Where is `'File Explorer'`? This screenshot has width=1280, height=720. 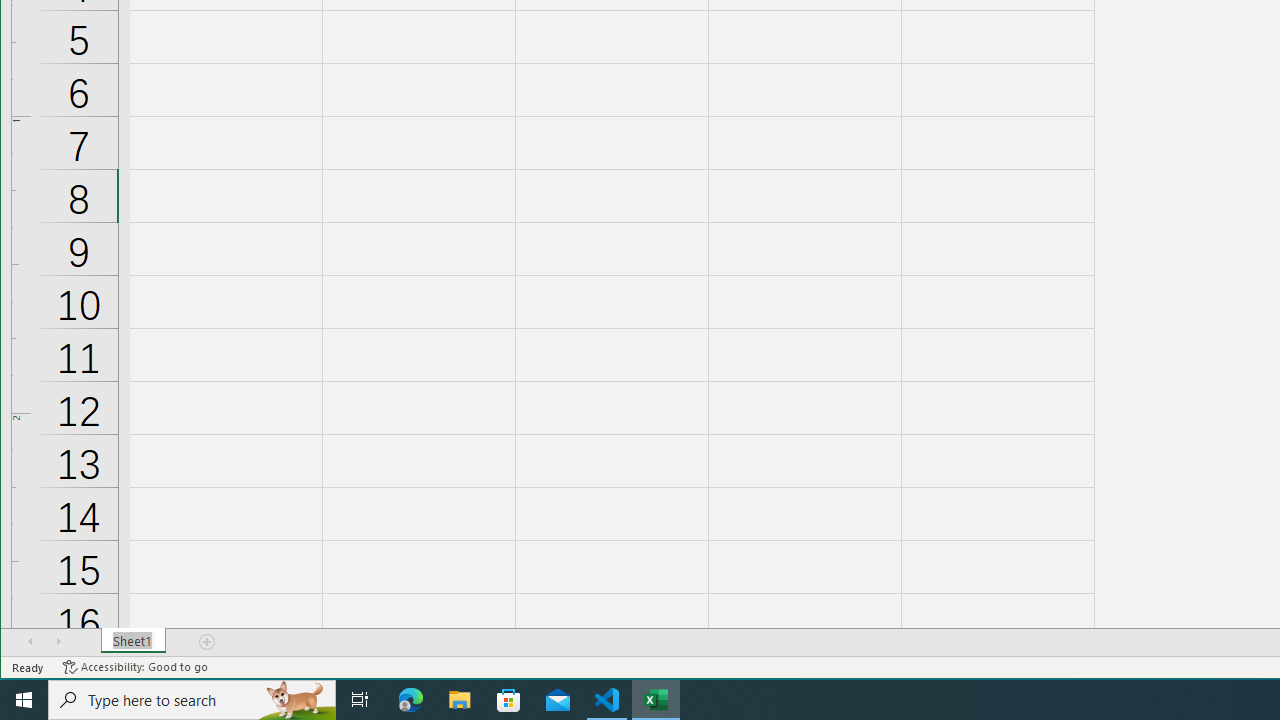 'File Explorer' is located at coordinates (459, 698).